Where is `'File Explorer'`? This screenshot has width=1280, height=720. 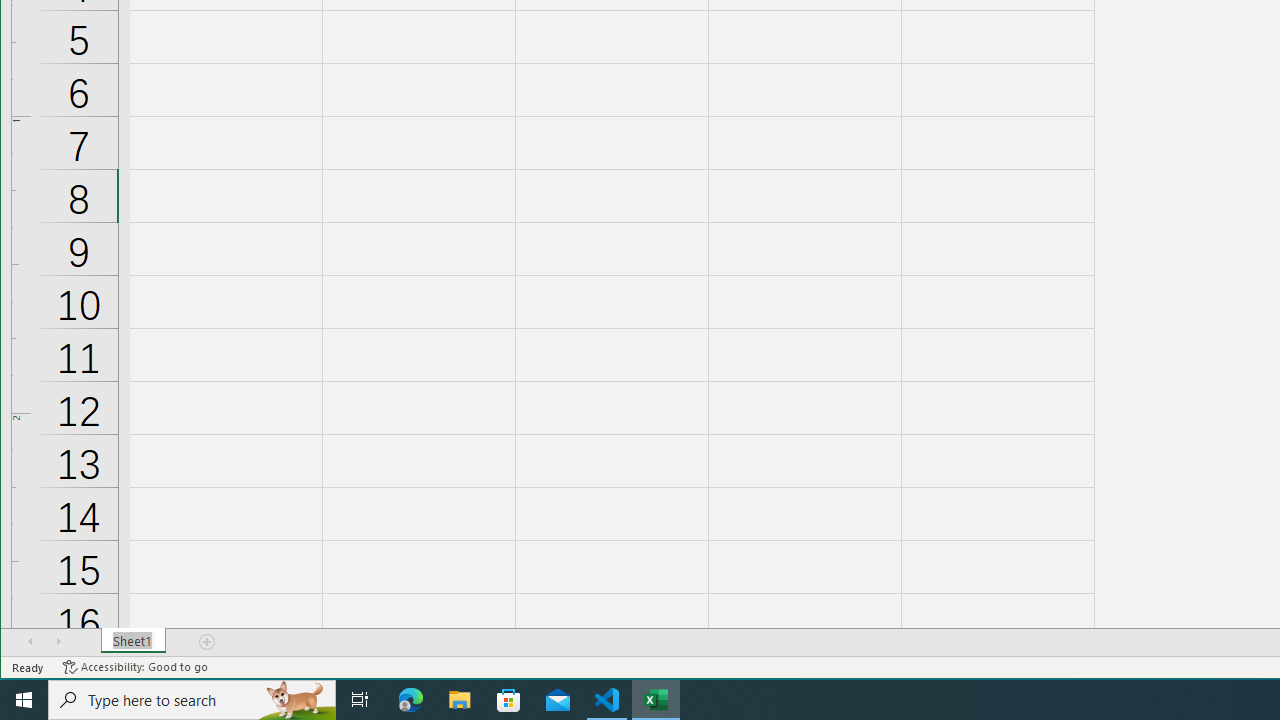 'File Explorer' is located at coordinates (459, 698).